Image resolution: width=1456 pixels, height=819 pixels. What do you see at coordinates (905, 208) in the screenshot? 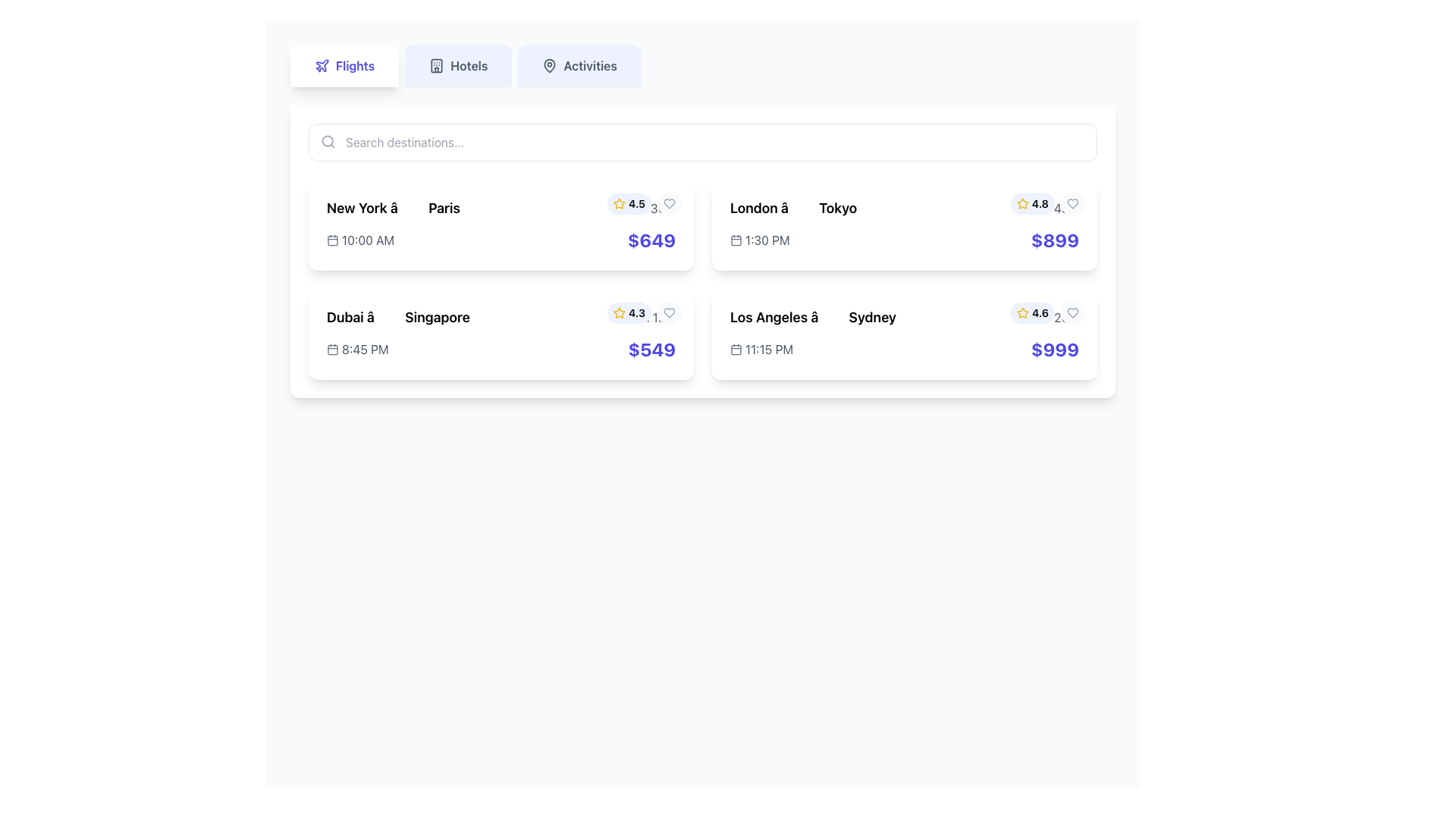
I see `informational display element showing the route 'London → Tokyo' and the travel duration '11h 45m', which is located at the top of the rightmost card in the travel listing section` at bounding box center [905, 208].